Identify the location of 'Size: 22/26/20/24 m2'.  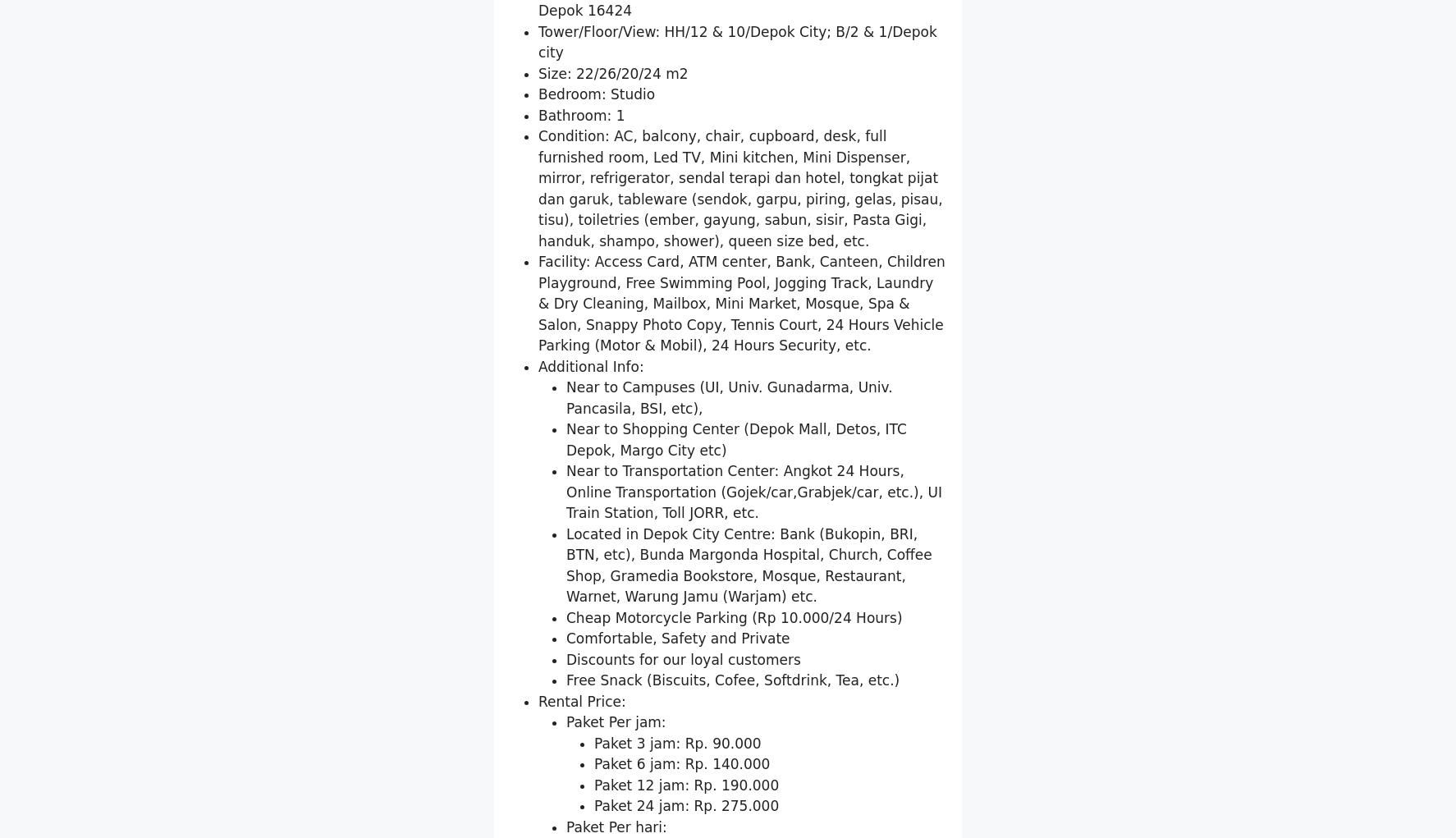
(612, 264).